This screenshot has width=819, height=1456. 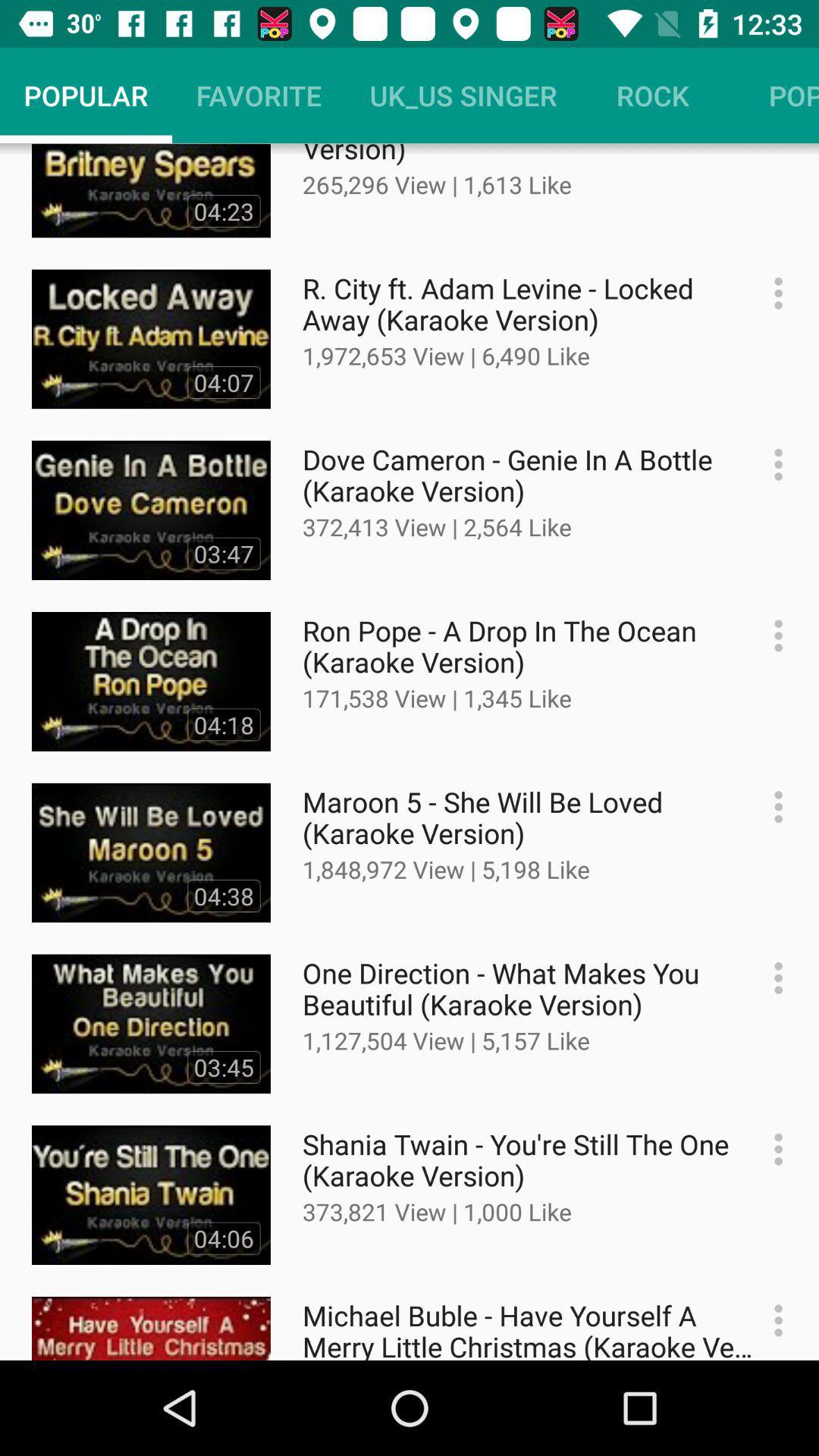 I want to click on more info, so click(x=770, y=806).